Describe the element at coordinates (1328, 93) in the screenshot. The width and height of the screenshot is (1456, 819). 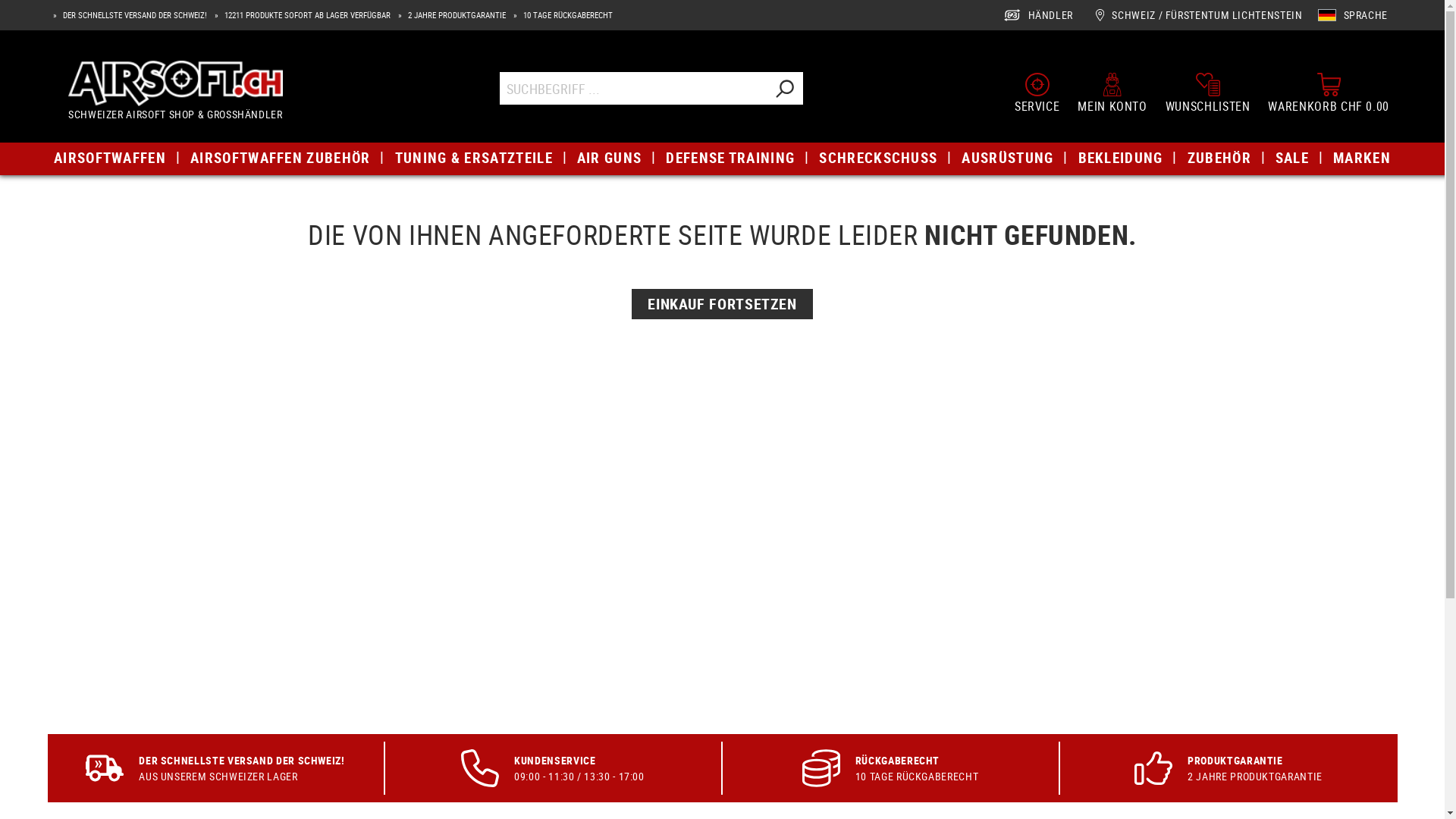
I see `'WARENKORB CHF 0.00'` at that location.